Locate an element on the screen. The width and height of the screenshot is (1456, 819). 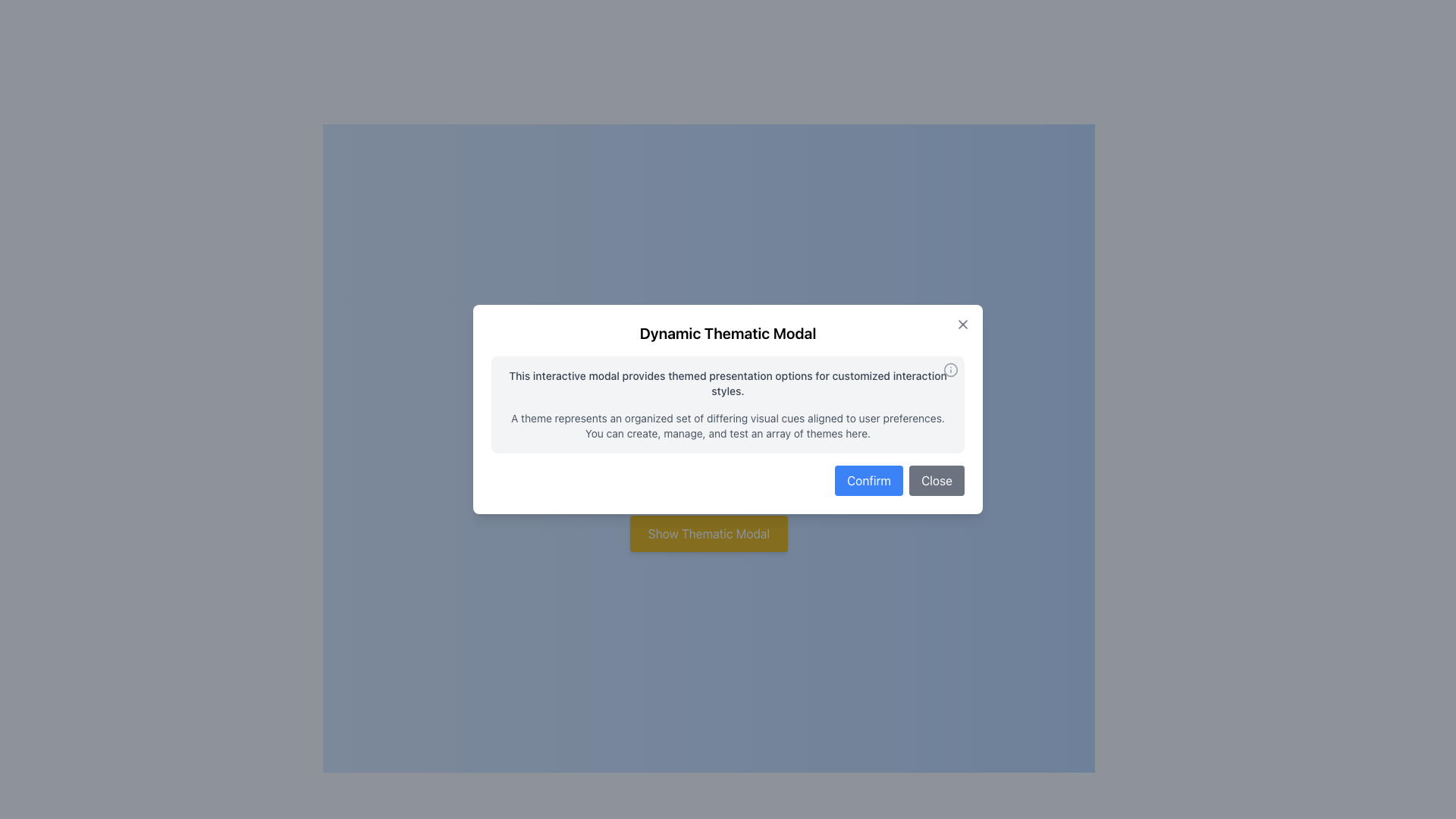
text from the title Text Label of the modal, which is located at the top center of the modal dialog is located at coordinates (728, 332).